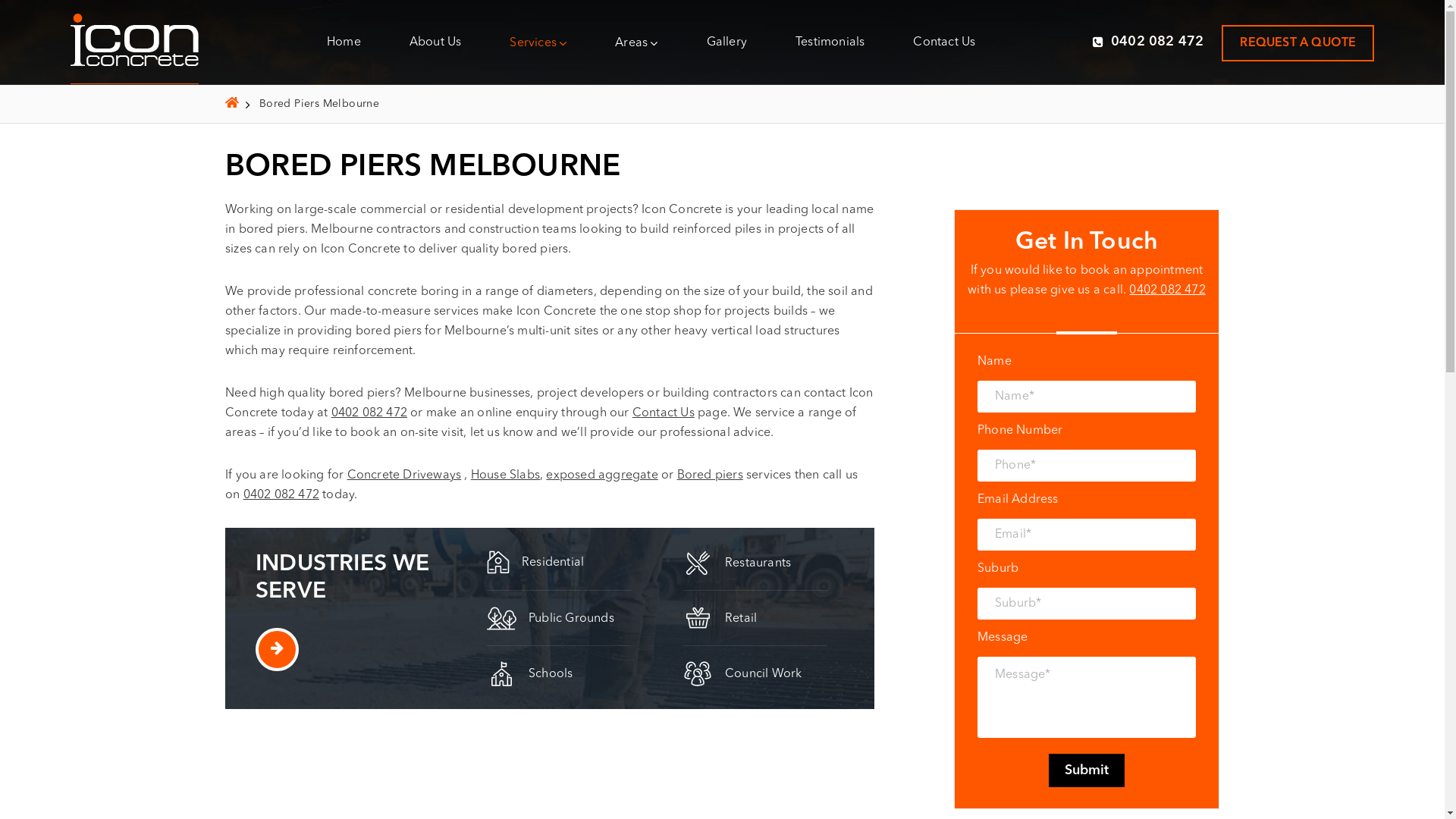 This screenshot has width=1456, height=819. Describe the element at coordinates (1148, 40) in the screenshot. I see `'0402 082 472'` at that location.